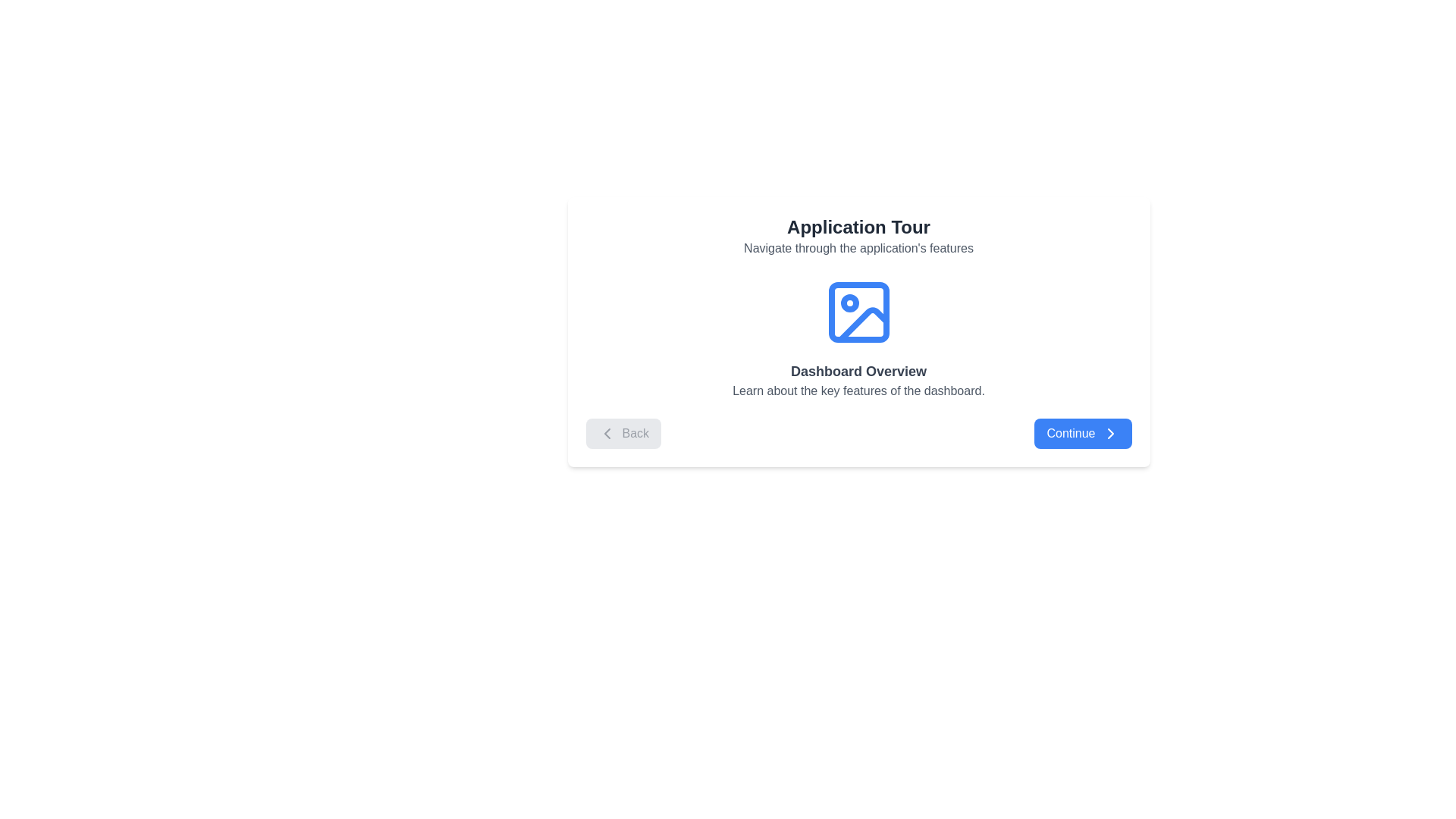 The width and height of the screenshot is (1456, 819). What do you see at coordinates (858, 312) in the screenshot?
I see `the decorative rectangle centered above the 'Dashboard Overview' text in the main interface panel` at bounding box center [858, 312].